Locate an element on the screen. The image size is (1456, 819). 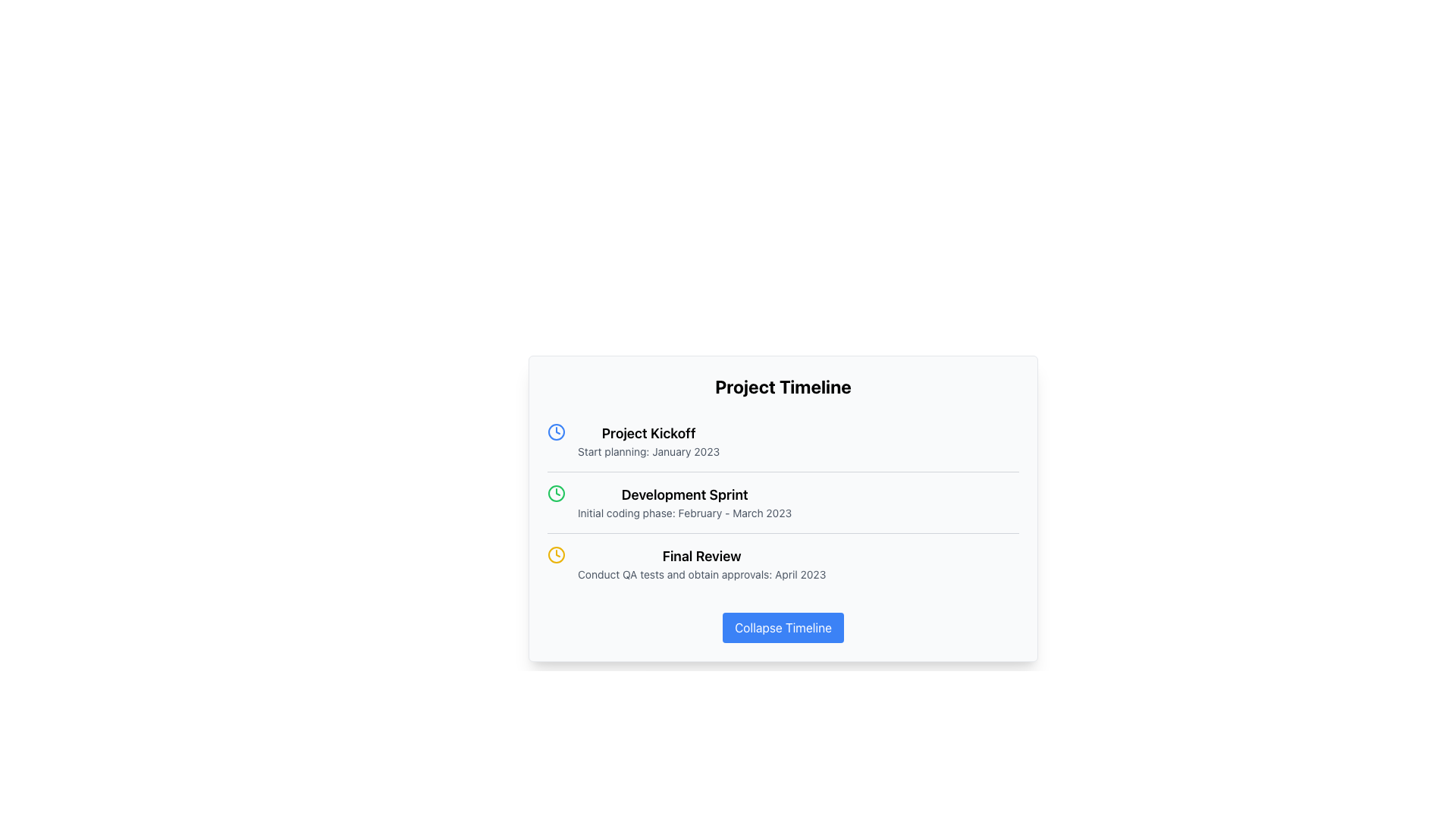
the outer circular part of the clock icon located to the left of the text 'Project Kickoff' within the 'Project Timeline' section is located at coordinates (556, 432).